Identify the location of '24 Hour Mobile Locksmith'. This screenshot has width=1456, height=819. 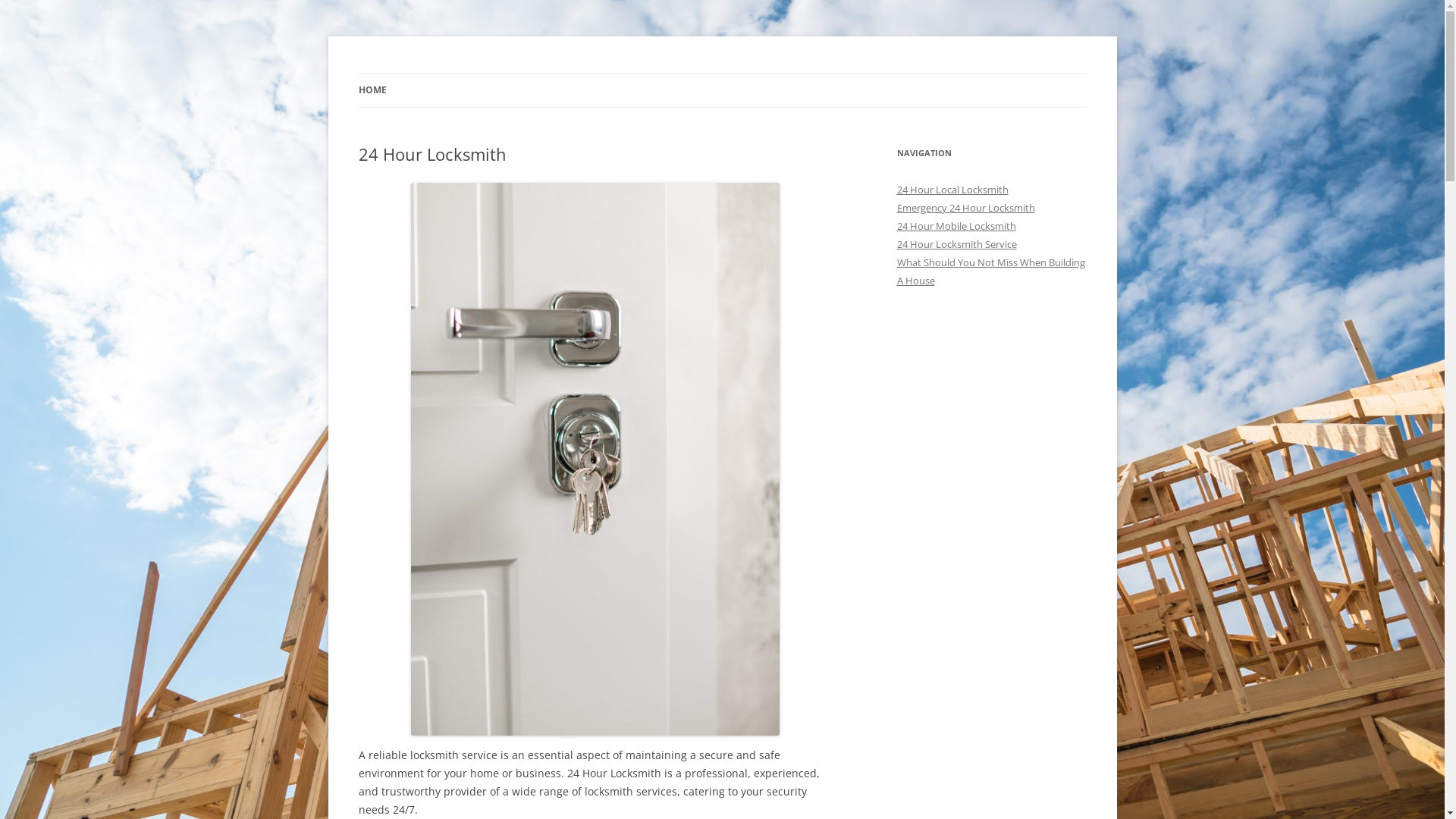
(955, 225).